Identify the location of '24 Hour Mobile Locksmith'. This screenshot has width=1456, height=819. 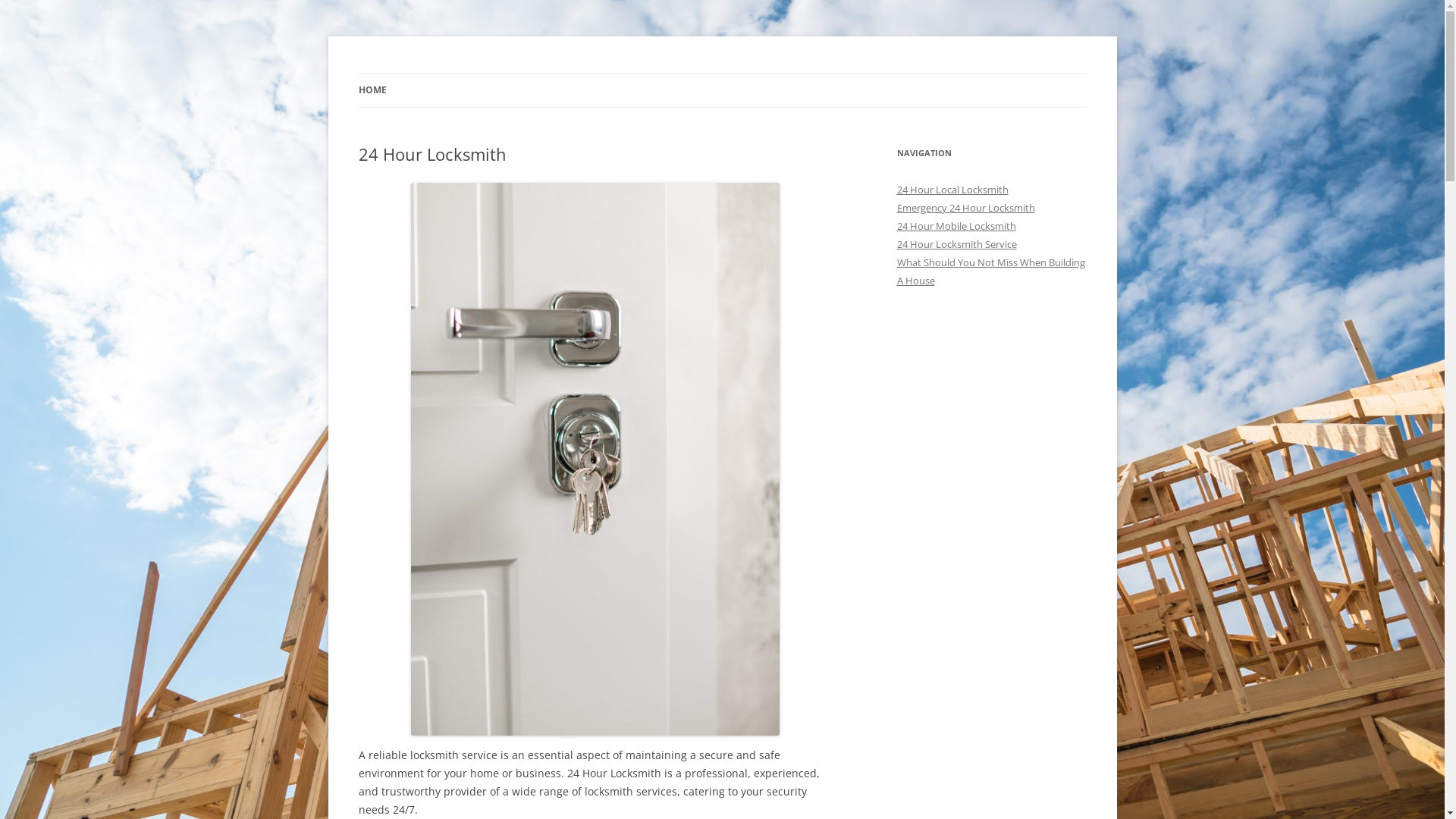
(955, 225).